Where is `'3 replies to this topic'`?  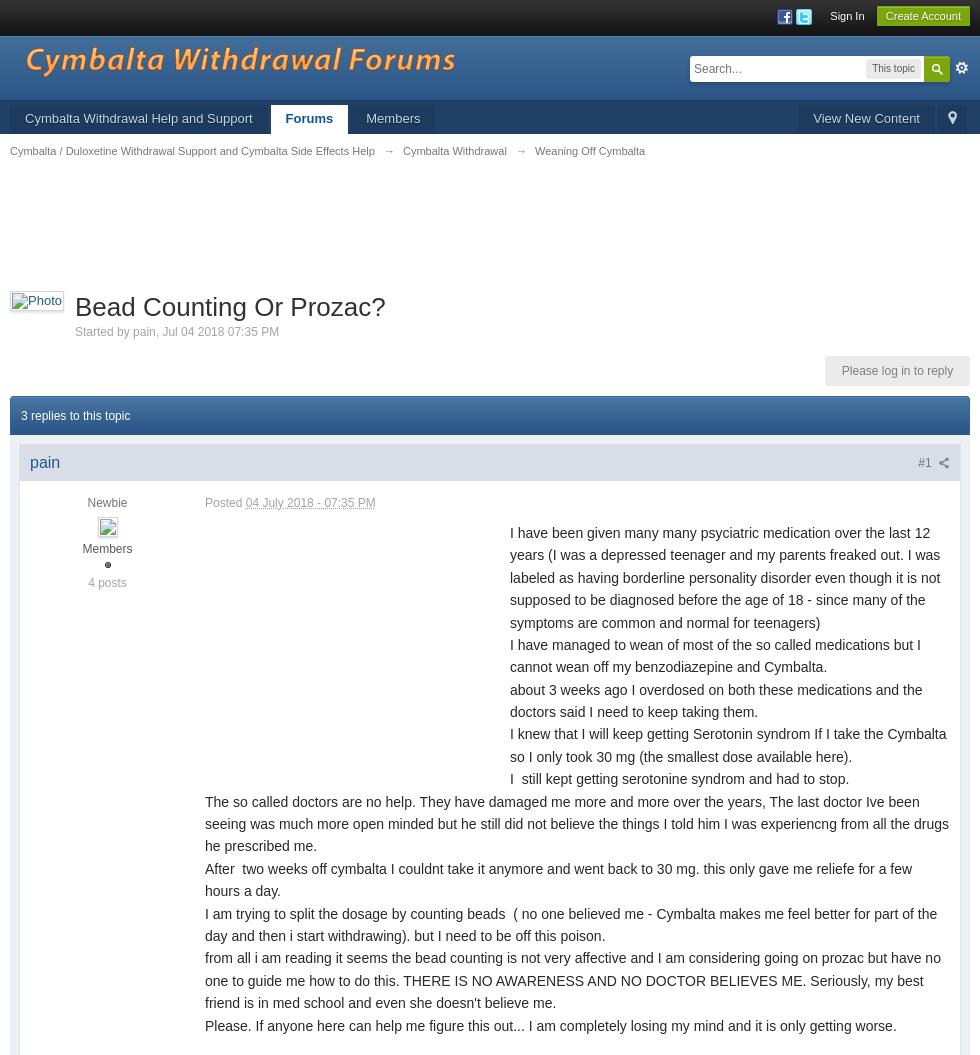 '3 replies to this topic' is located at coordinates (75, 414).